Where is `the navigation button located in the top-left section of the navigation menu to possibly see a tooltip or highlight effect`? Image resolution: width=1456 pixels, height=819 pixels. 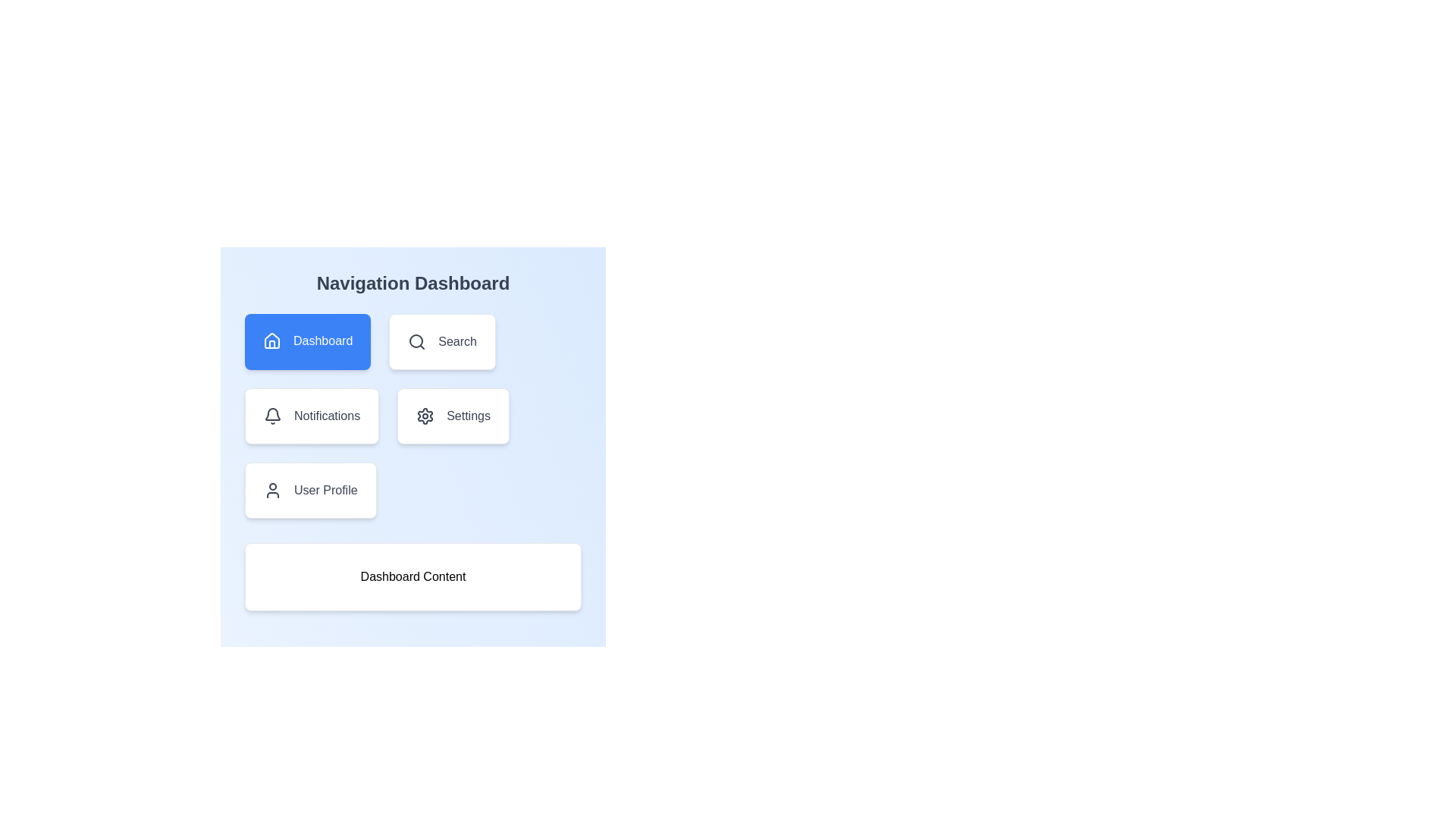
the navigation button located in the top-left section of the navigation menu to possibly see a tooltip or highlight effect is located at coordinates (307, 341).